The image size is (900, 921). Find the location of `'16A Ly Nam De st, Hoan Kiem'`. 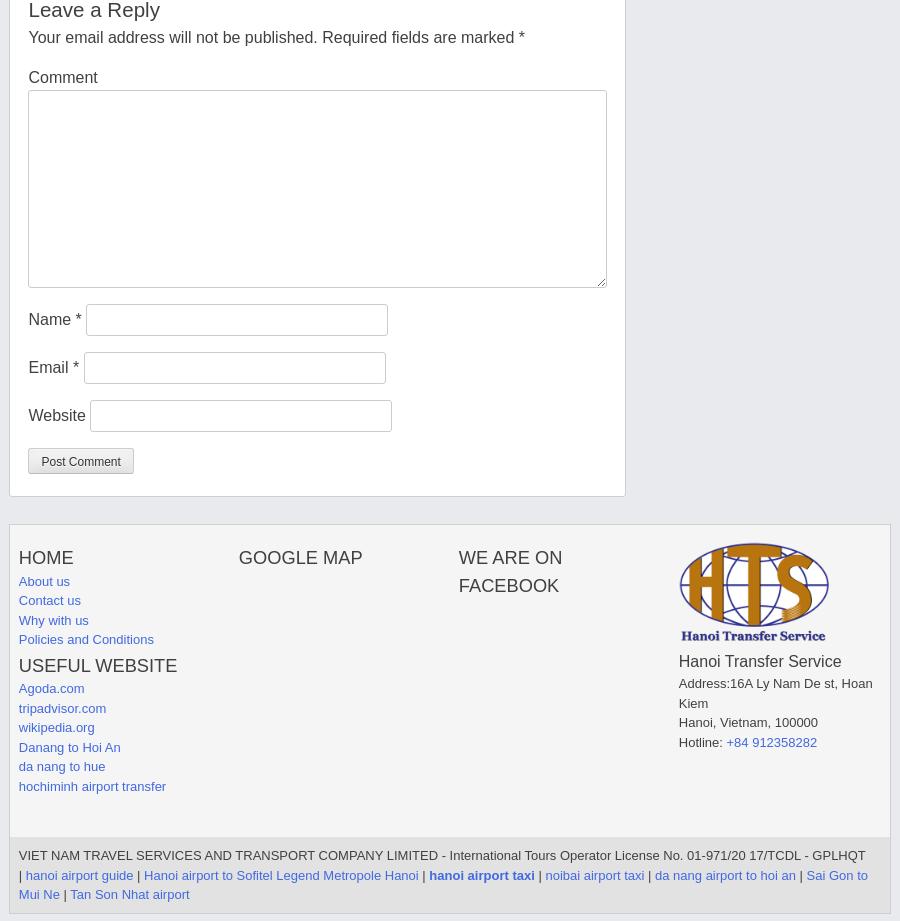

'16A Ly Nam De st, Hoan Kiem' is located at coordinates (773, 692).